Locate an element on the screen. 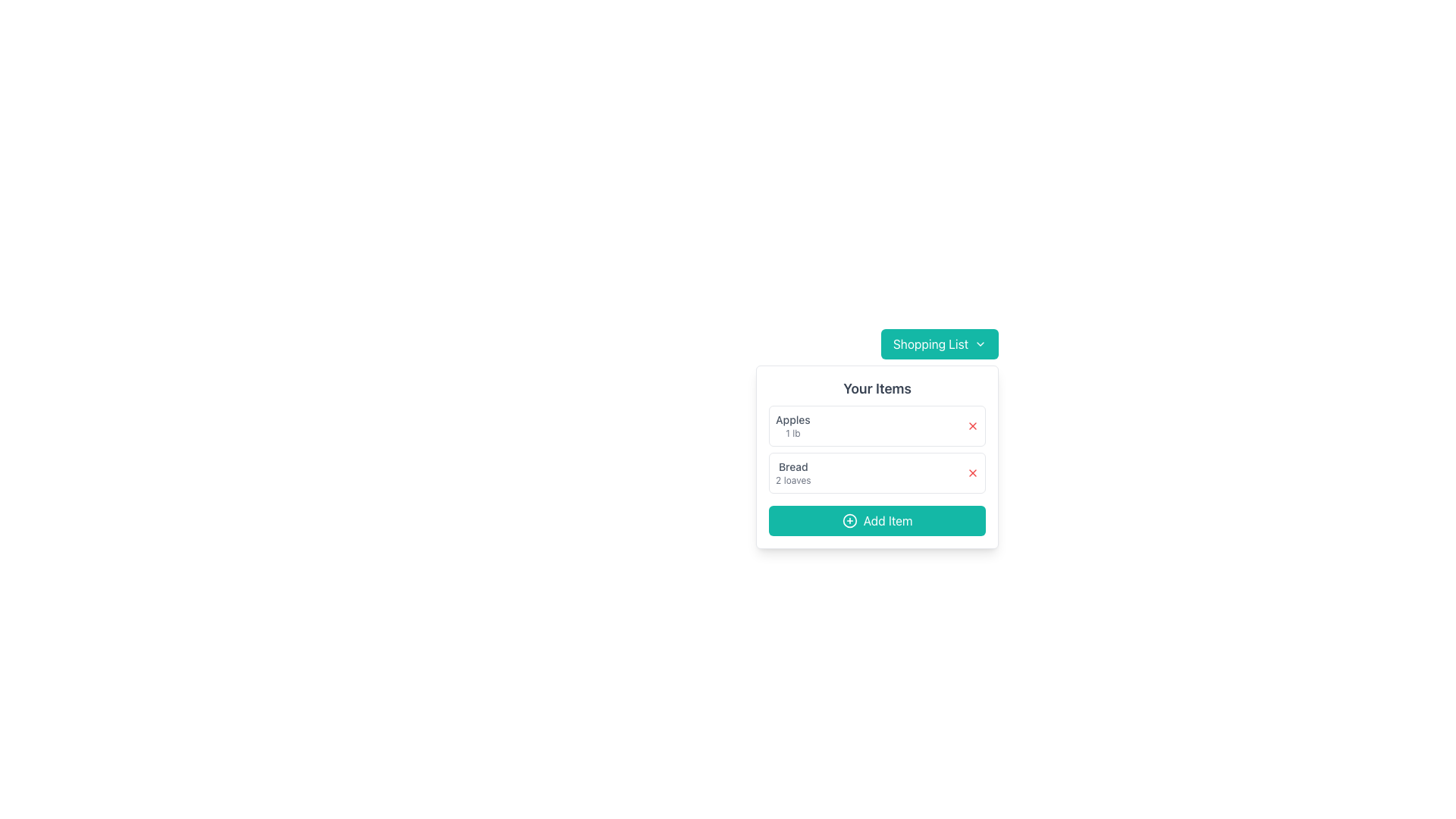 The width and height of the screenshot is (1456, 819). the details of the list item containing 'Bread' and '2 loaves', located in the 'Your Items' section is located at coordinates (877, 472).